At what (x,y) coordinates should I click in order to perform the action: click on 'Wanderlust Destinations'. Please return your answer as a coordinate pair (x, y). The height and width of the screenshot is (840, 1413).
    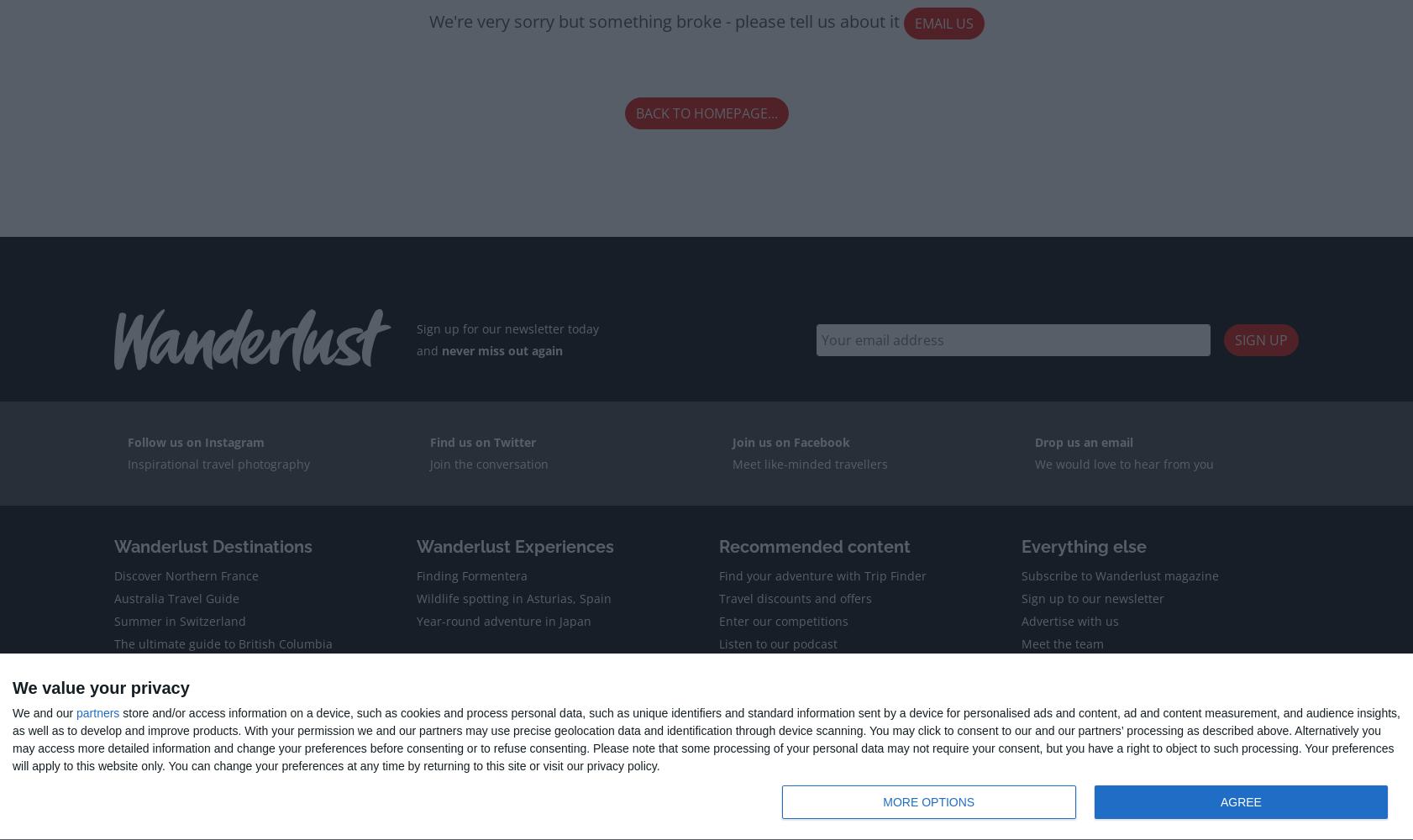
    Looking at the image, I should click on (212, 546).